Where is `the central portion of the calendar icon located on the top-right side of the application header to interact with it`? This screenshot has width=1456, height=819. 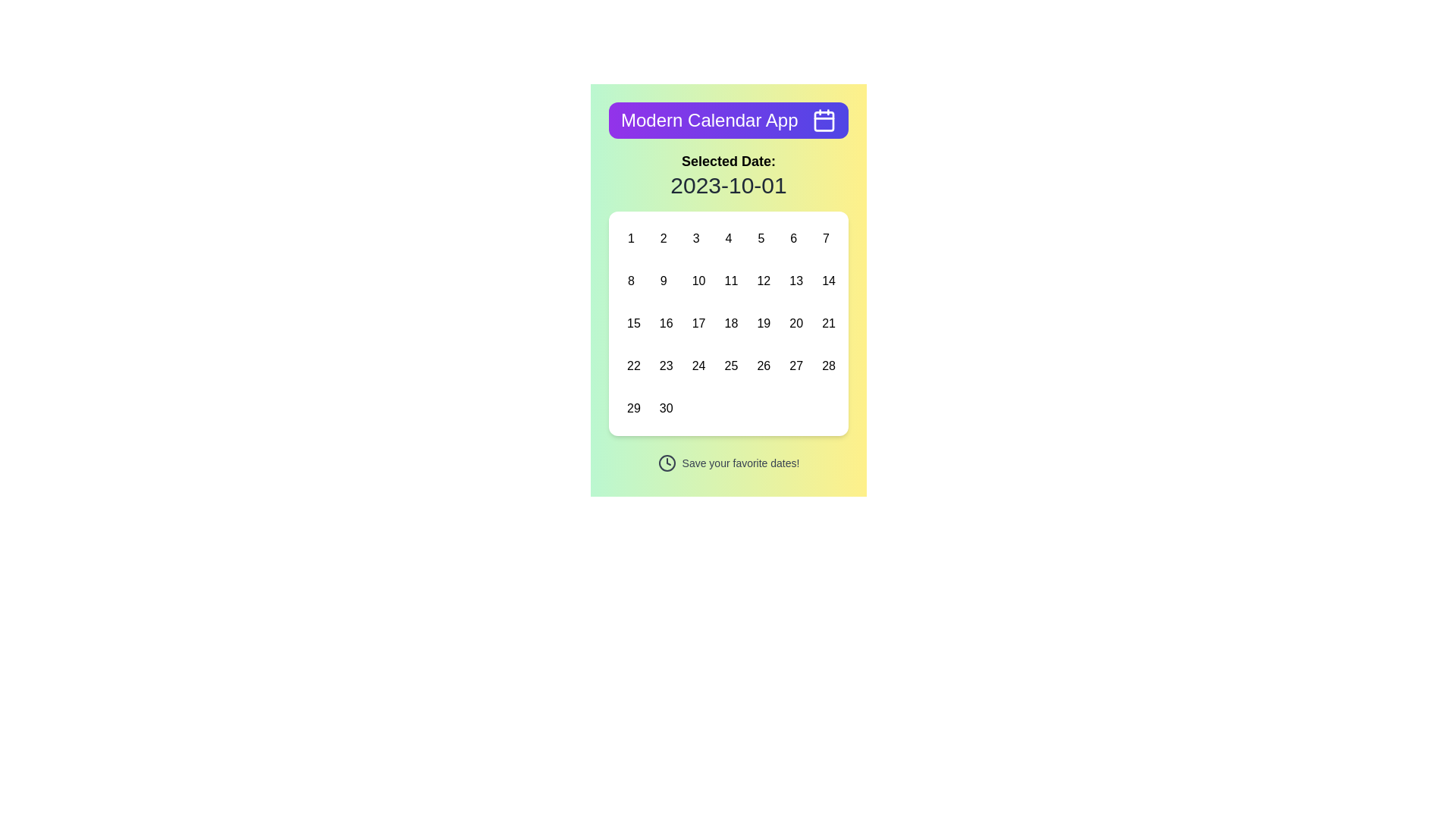 the central portion of the calendar icon located on the top-right side of the application header to interact with it is located at coordinates (823, 120).